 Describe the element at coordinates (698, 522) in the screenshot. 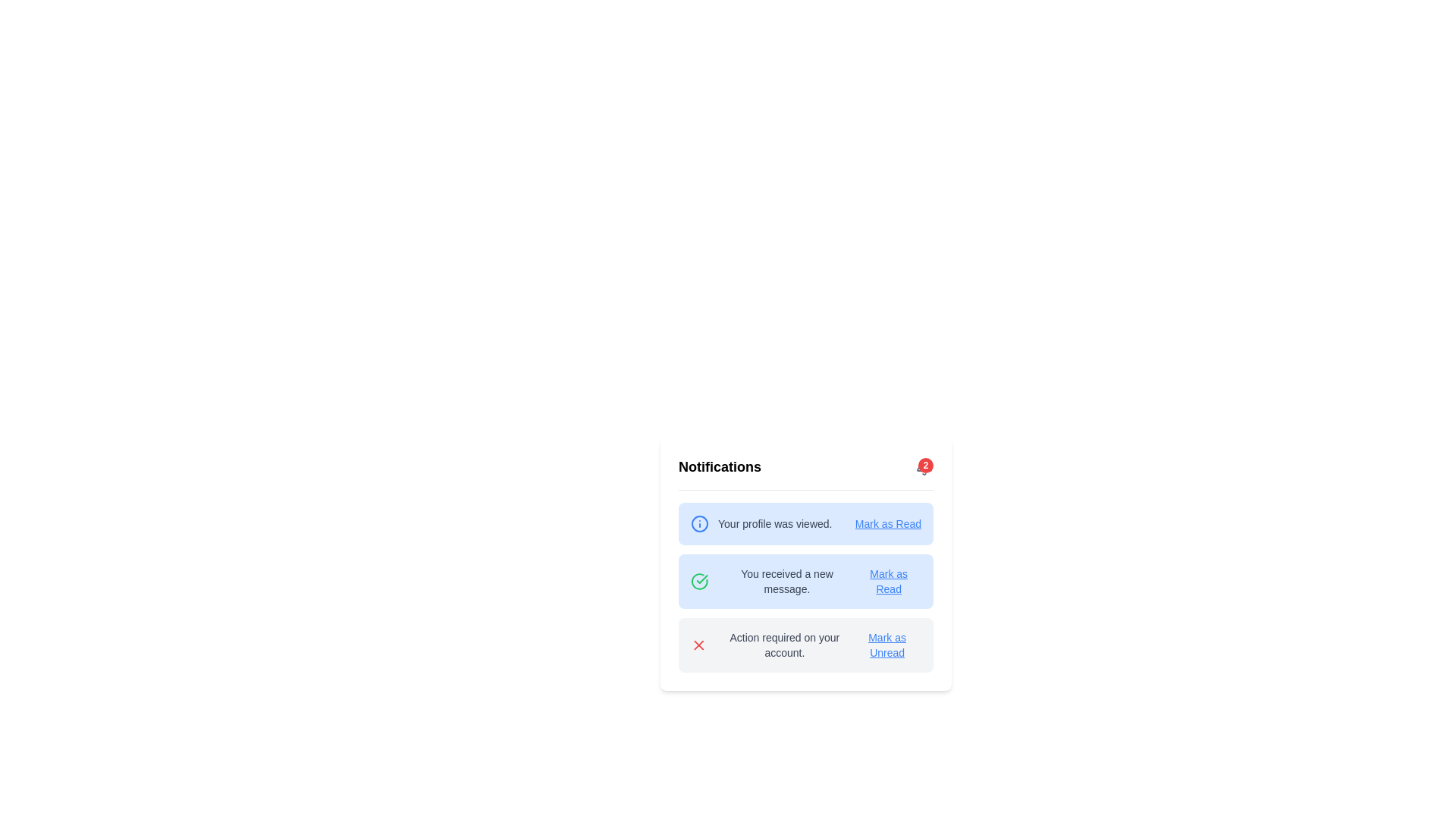

I see `the visual indicator icon associated with the notification stating 'Your profile was viewed.'` at that location.